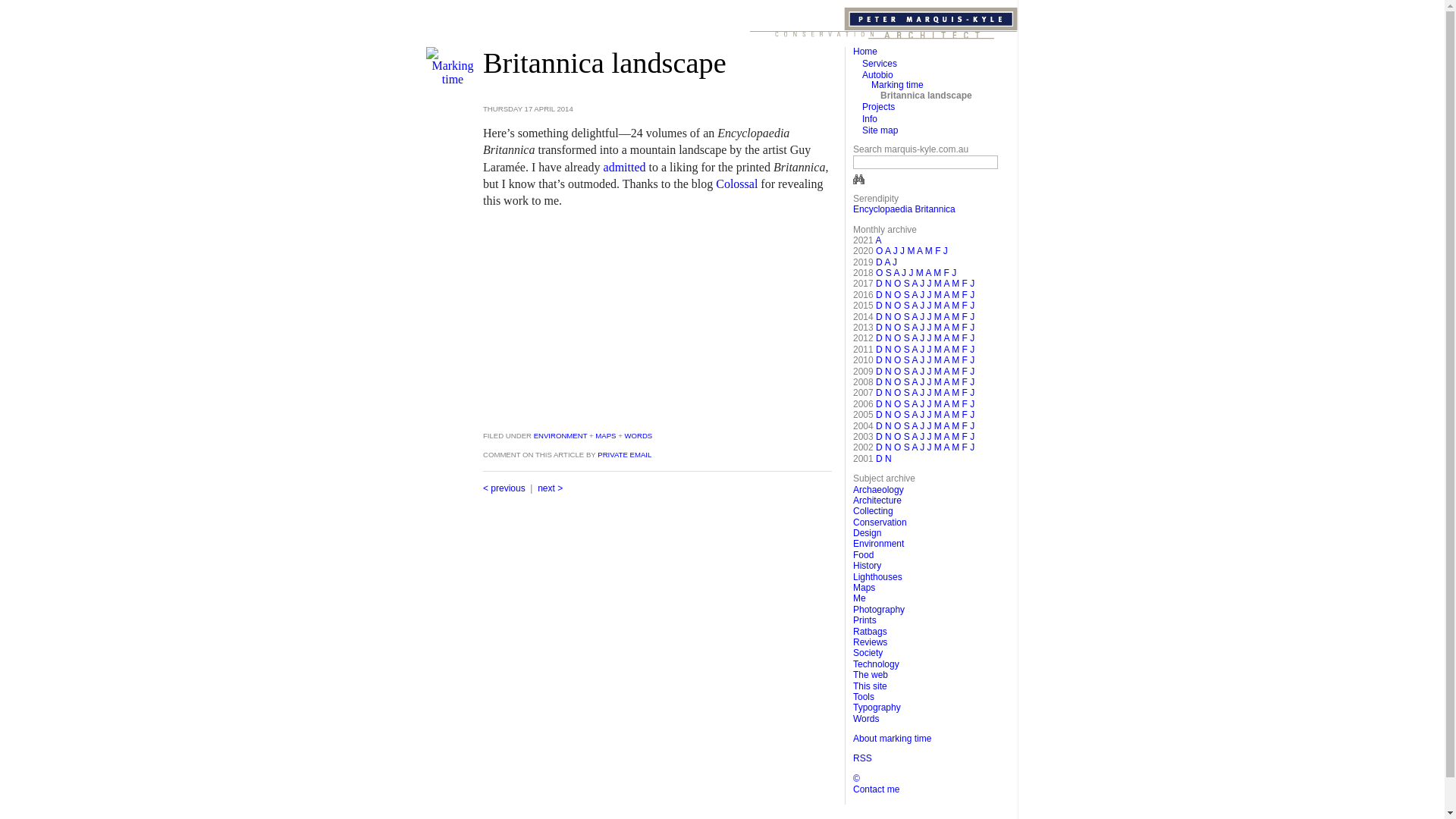  What do you see at coordinates (945, 271) in the screenshot?
I see `'F'` at bounding box center [945, 271].